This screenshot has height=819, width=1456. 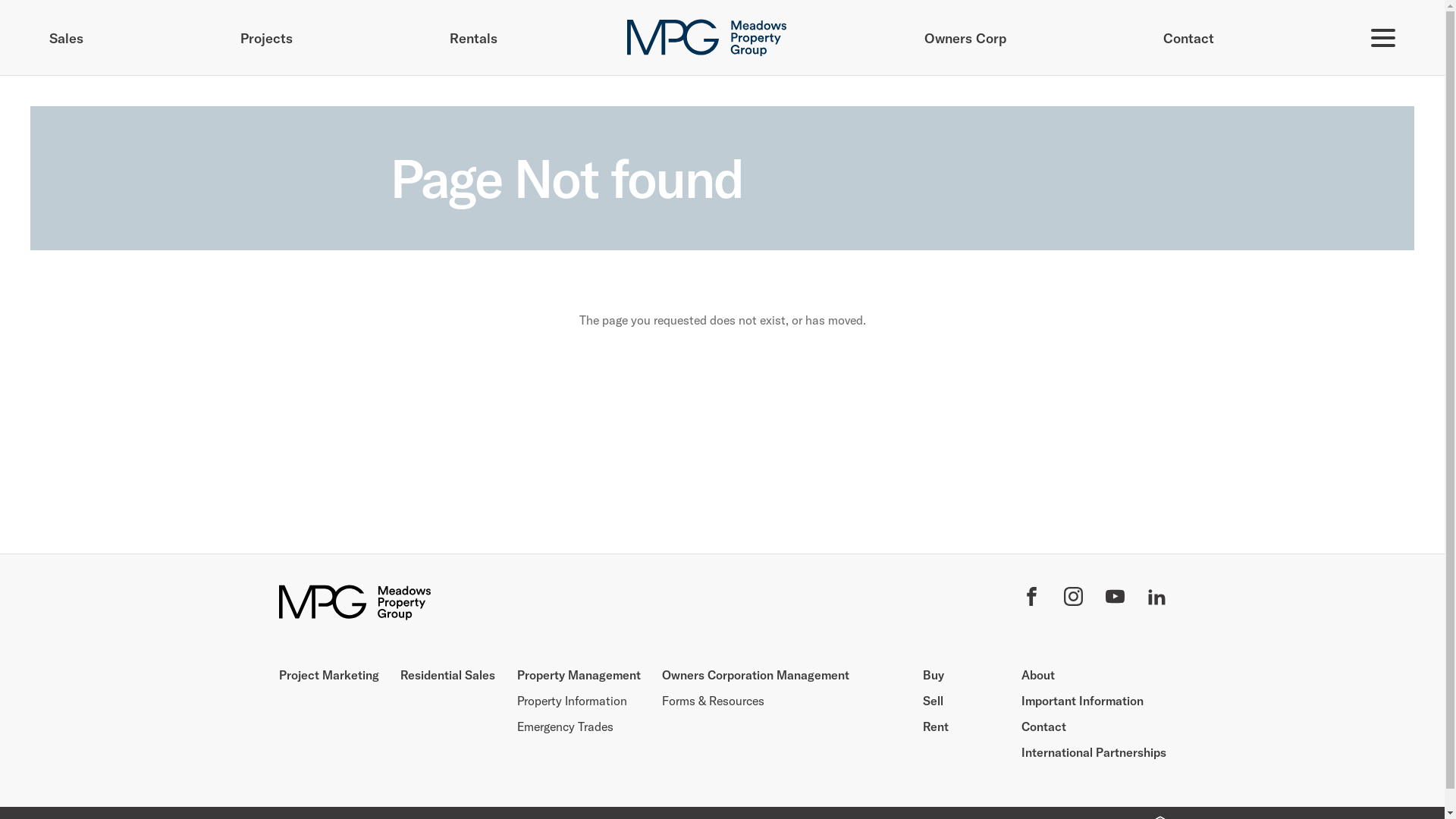 What do you see at coordinates (1155, 598) in the screenshot?
I see `'linkedin'` at bounding box center [1155, 598].